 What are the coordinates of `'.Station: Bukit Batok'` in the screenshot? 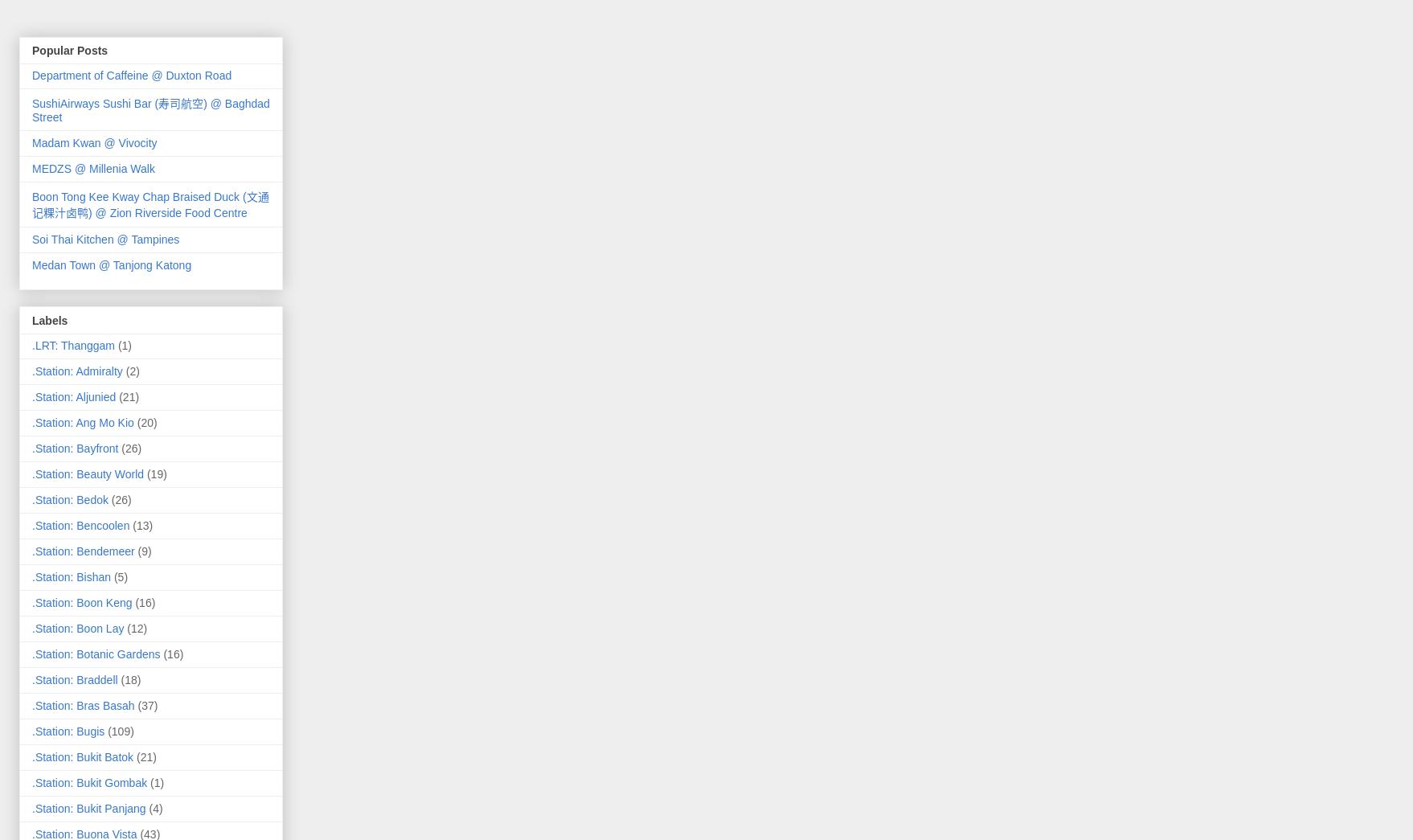 It's located at (83, 756).